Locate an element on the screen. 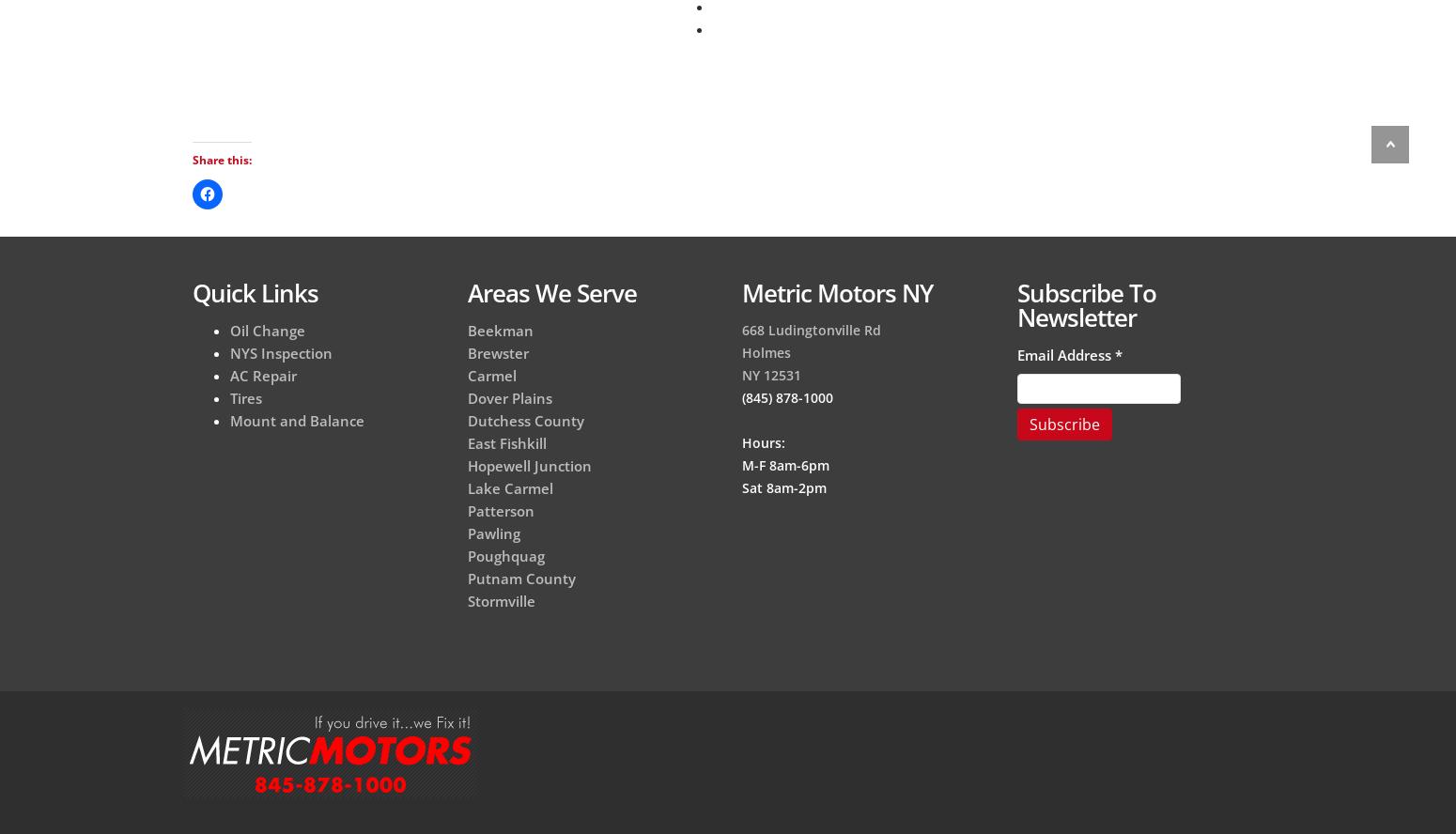 This screenshot has height=834, width=1456. 'Brewster' is located at coordinates (496, 352).